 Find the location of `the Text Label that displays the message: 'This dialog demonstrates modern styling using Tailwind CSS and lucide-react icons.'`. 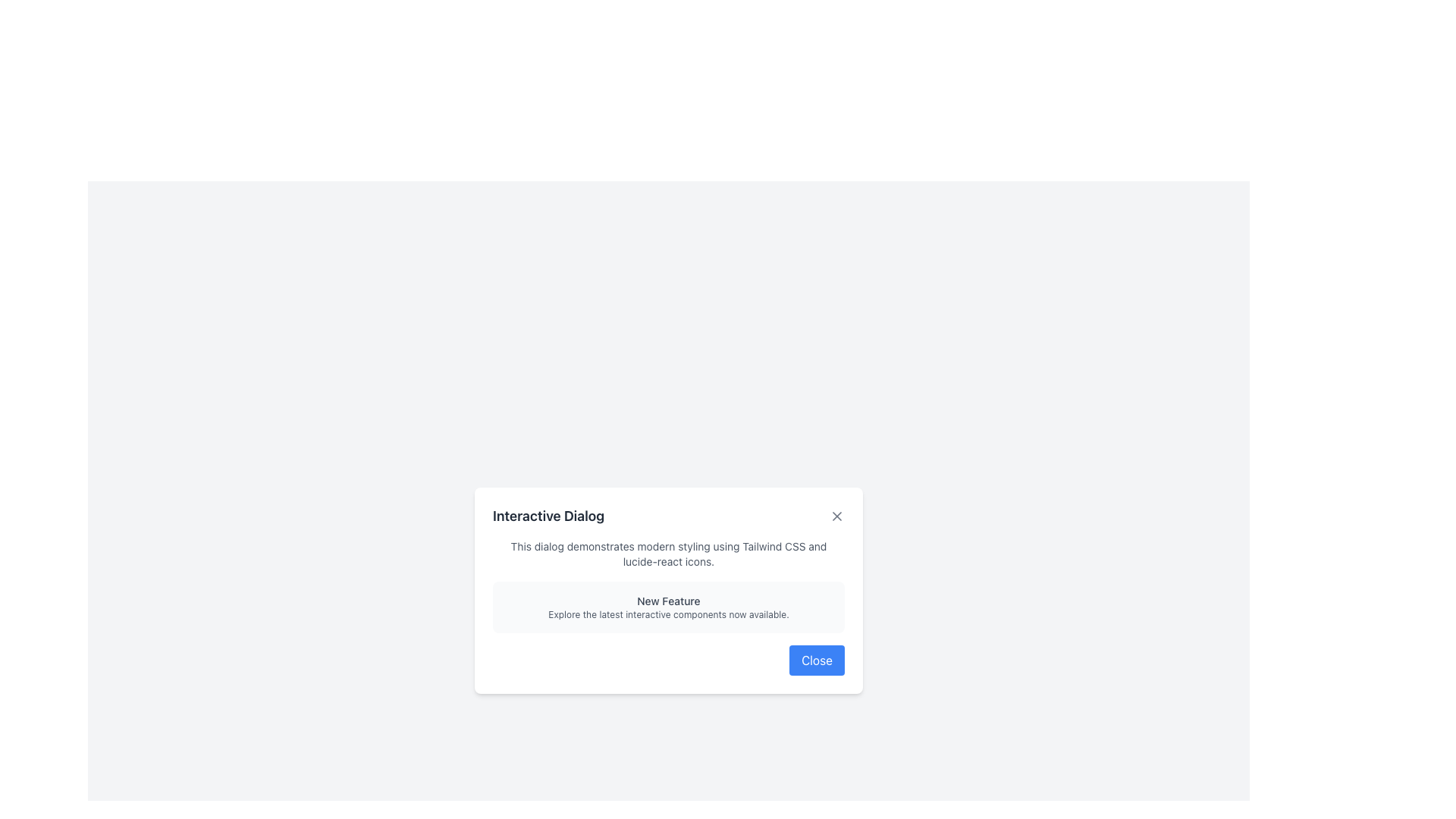

the Text Label that displays the message: 'This dialog demonstrates modern styling using Tailwind CSS and lucide-react icons.' is located at coordinates (668, 554).